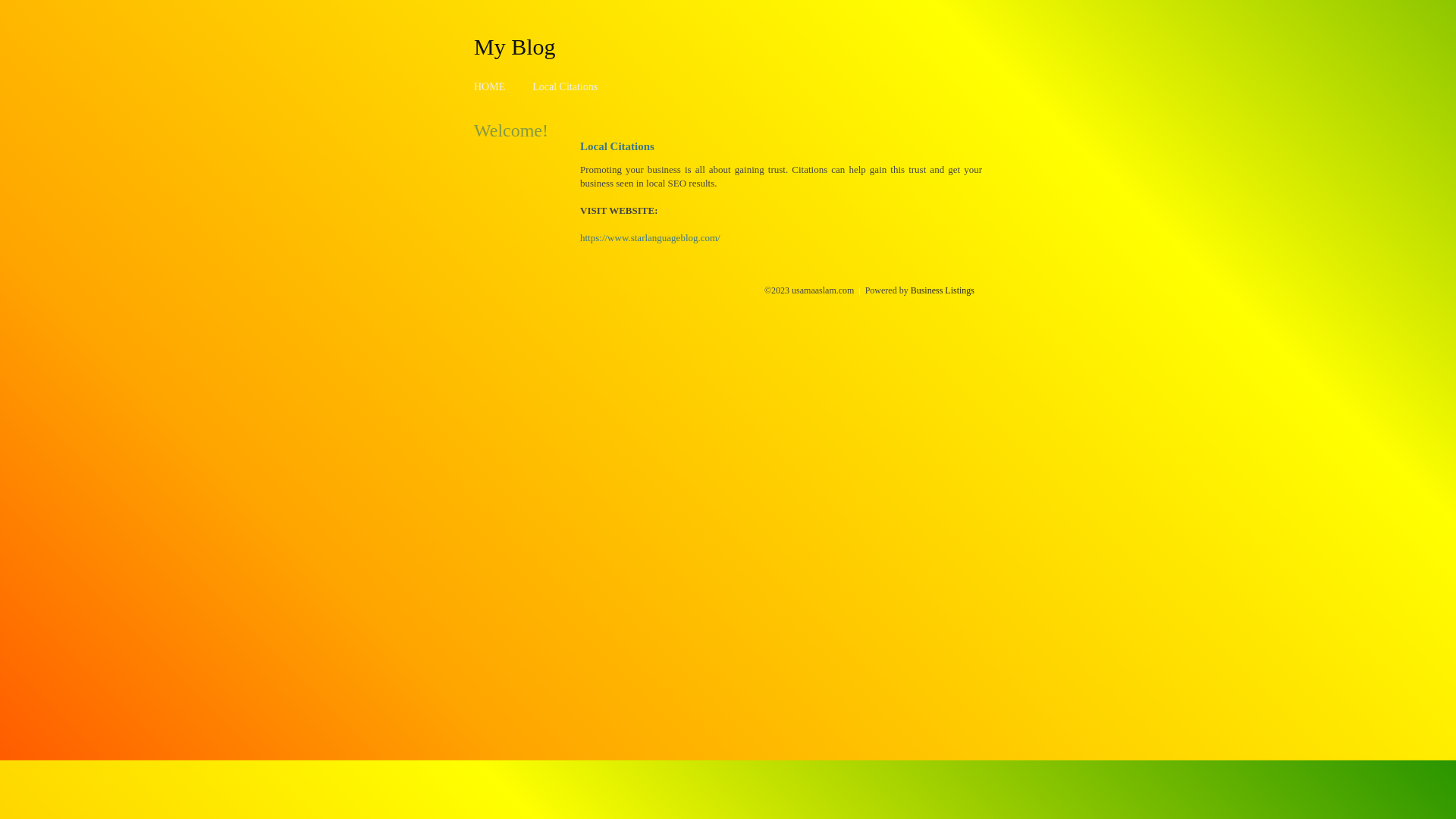 This screenshot has height=819, width=1456. I want to click on 'HOME', so click(472, 86).